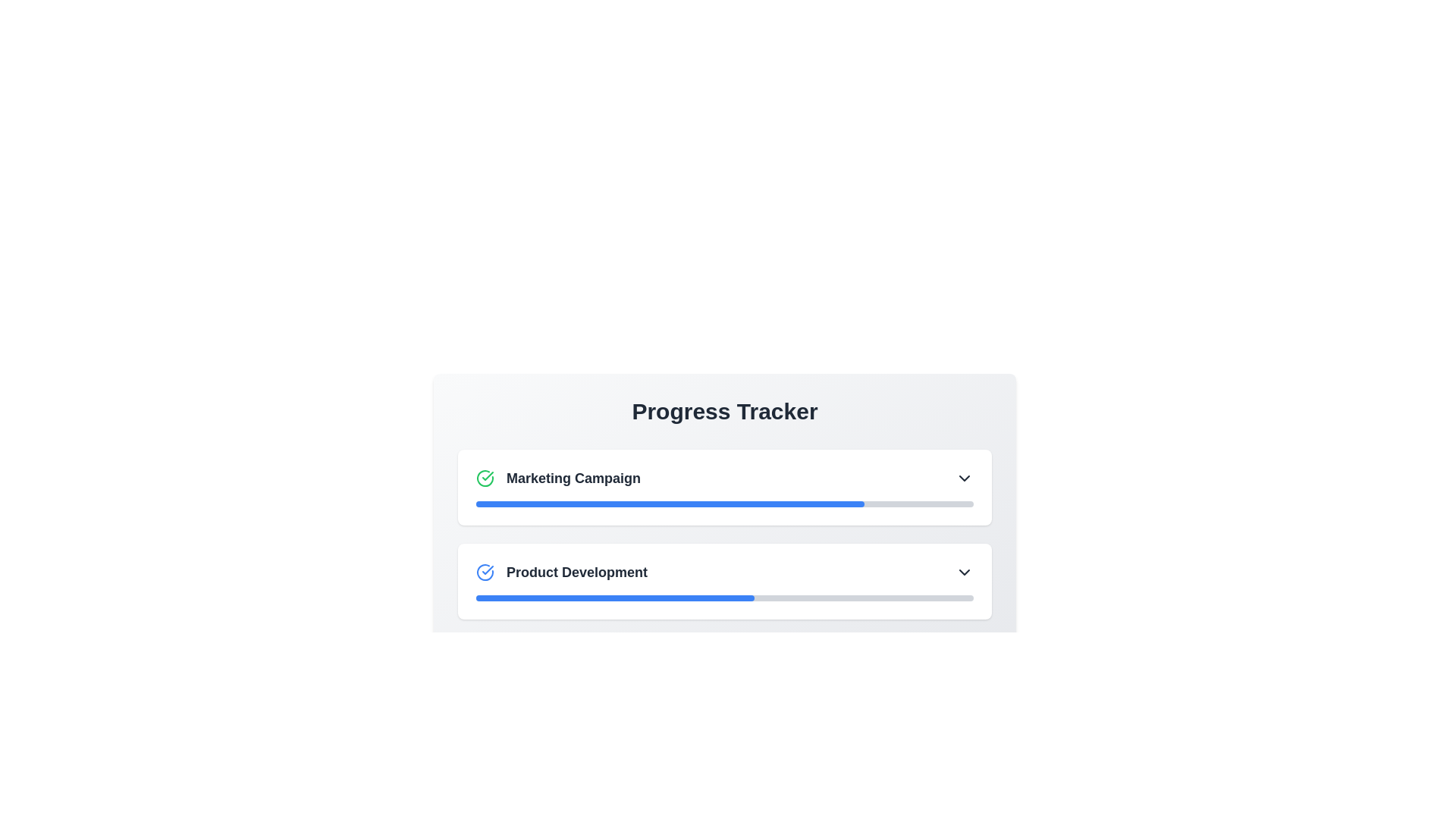 This screenshot has height=819, width=1456. What do you see at coordinates (964, 573) in the screenshot?
I see `the dropdown indicator icon located on the far-right side of the 'Product Development' section` at bounding box center [964, 573].